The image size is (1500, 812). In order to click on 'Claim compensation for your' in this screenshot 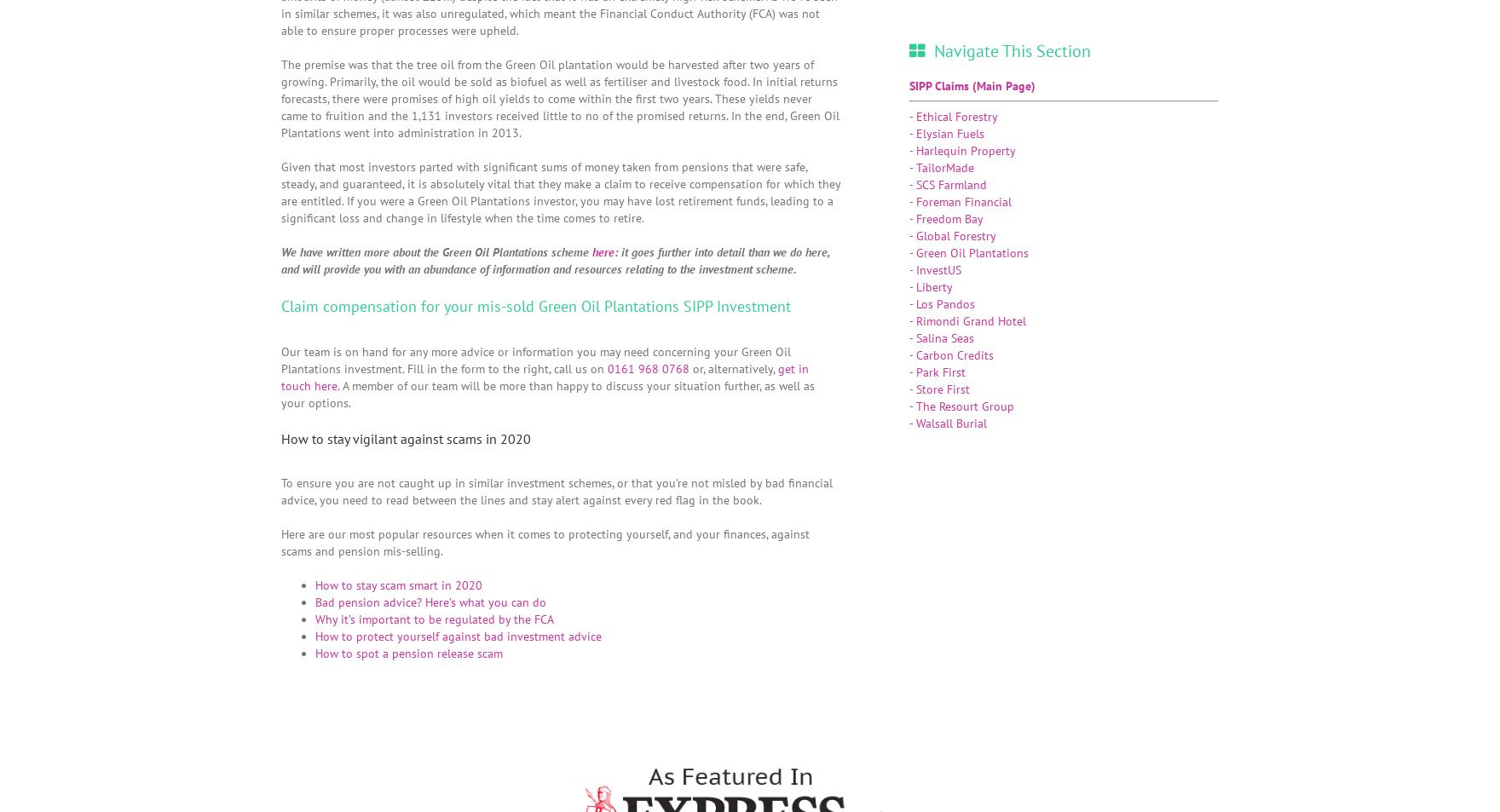, I will do `click(378, 304)`.